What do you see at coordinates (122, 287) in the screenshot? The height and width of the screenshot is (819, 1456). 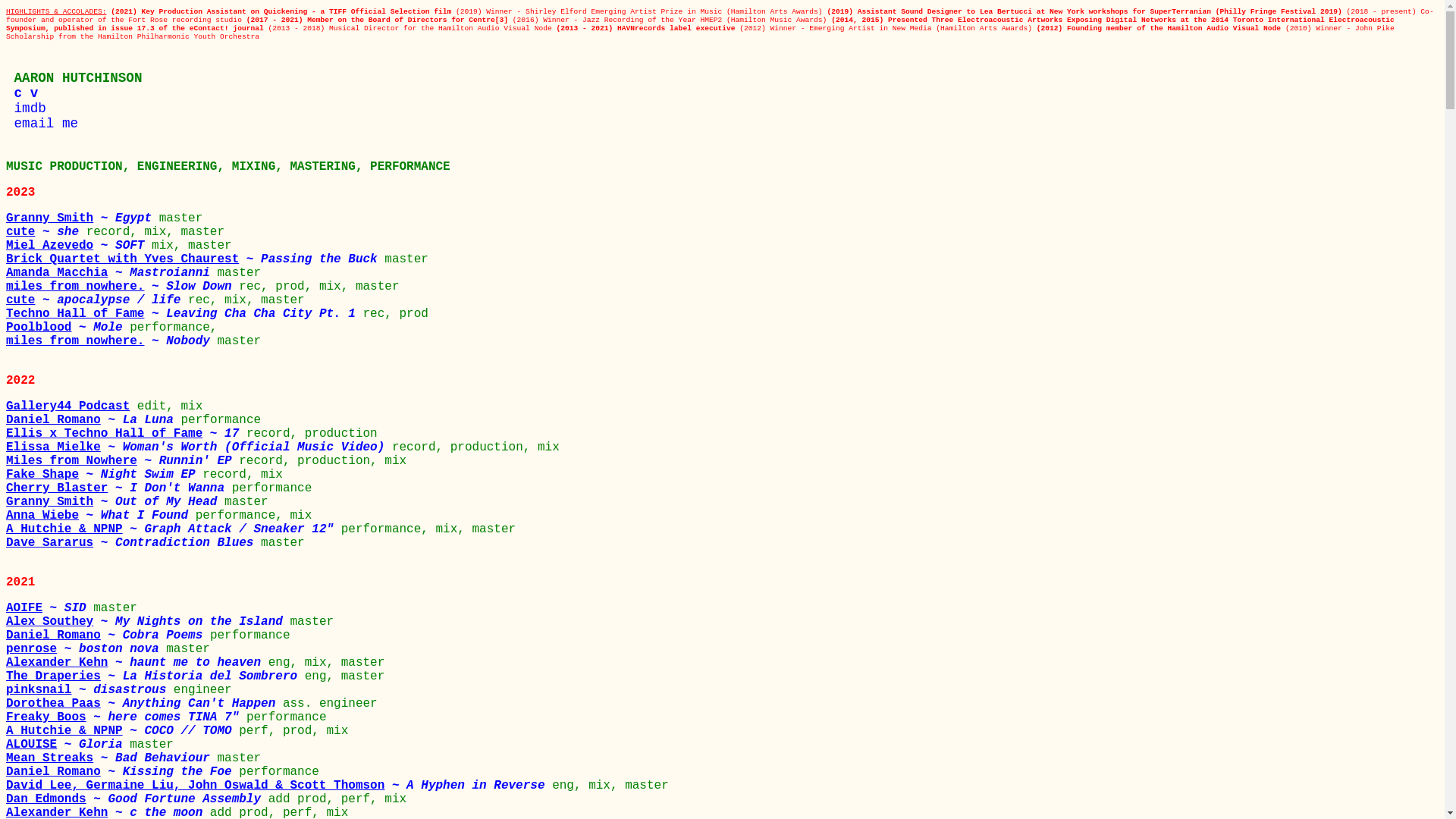 I see `'miles from nowhere. ~ Slow Down'` at bounding box center [122, 287].